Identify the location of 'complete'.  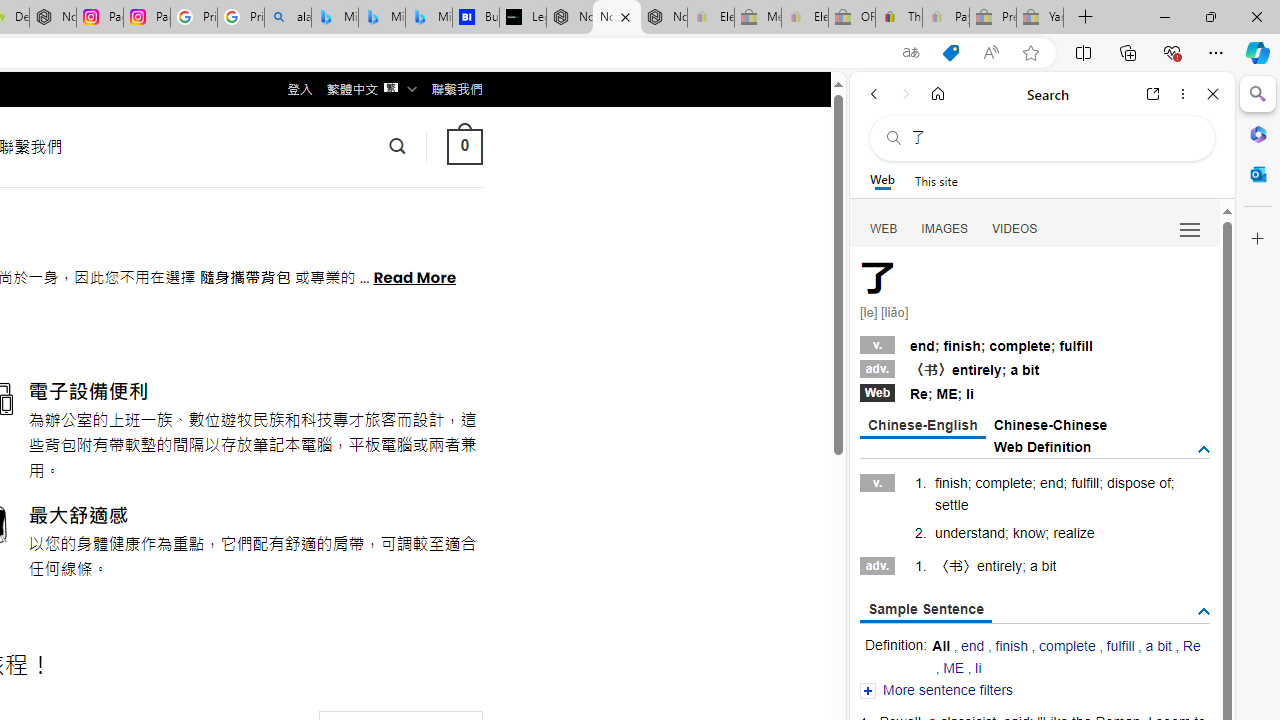
(1065, 645).